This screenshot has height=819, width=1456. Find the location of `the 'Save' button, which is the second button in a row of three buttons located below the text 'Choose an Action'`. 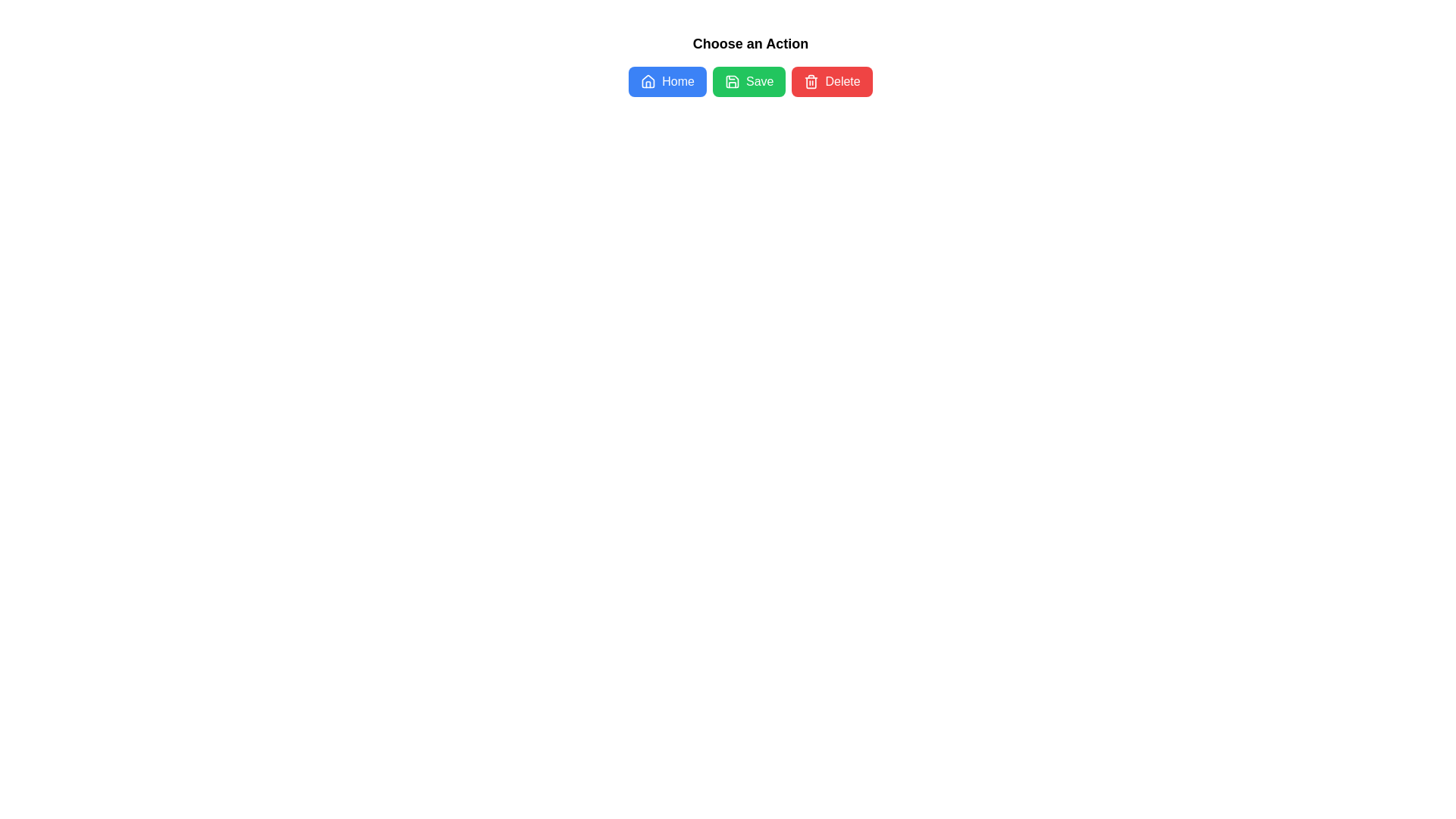

the 'Save' button, which is the second button in a row of three buttons located below the text 'Choose an Action' is located at coordinates (750, 82).